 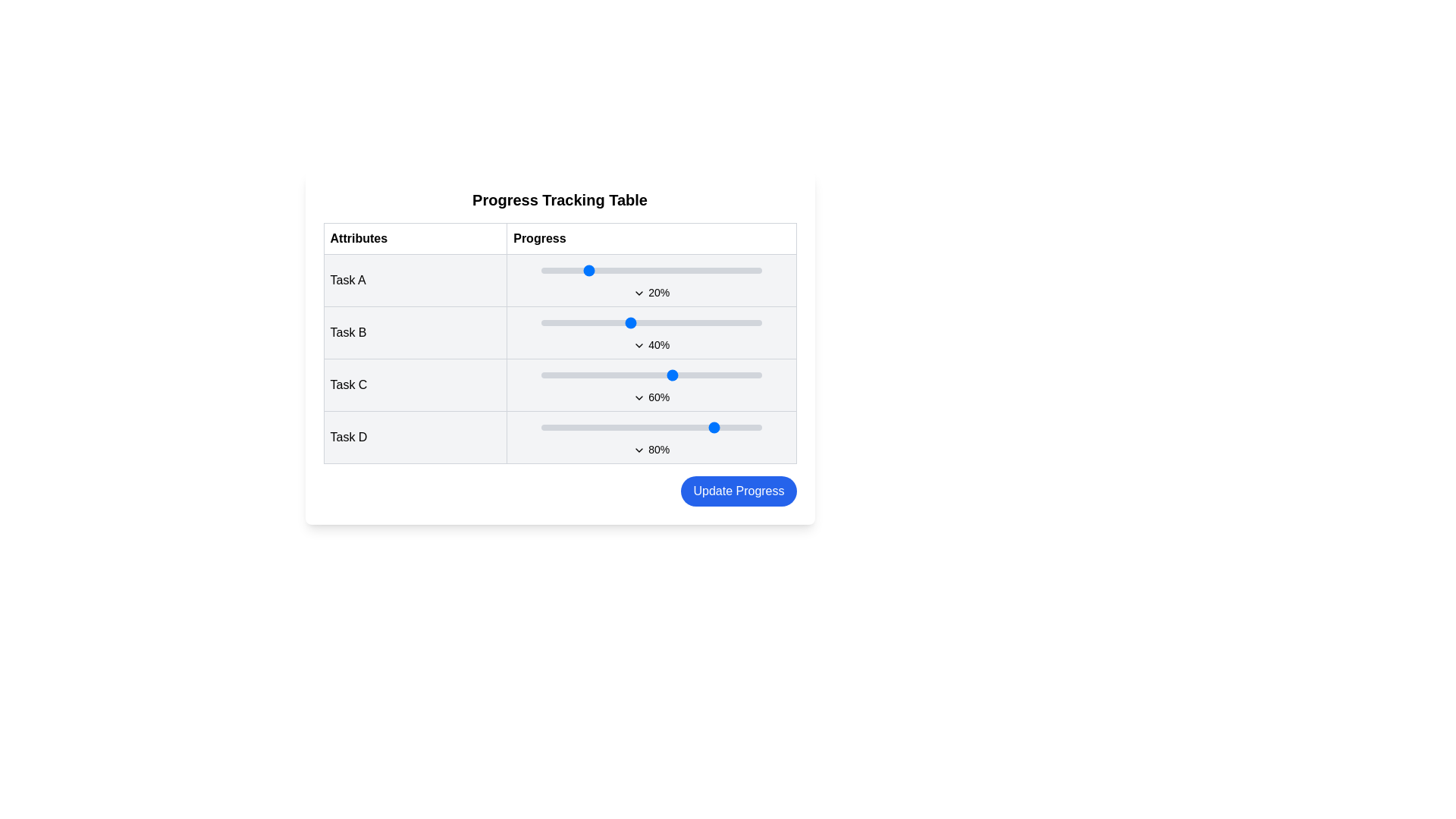 I want to click on progress value, so click(x=629, y=270).